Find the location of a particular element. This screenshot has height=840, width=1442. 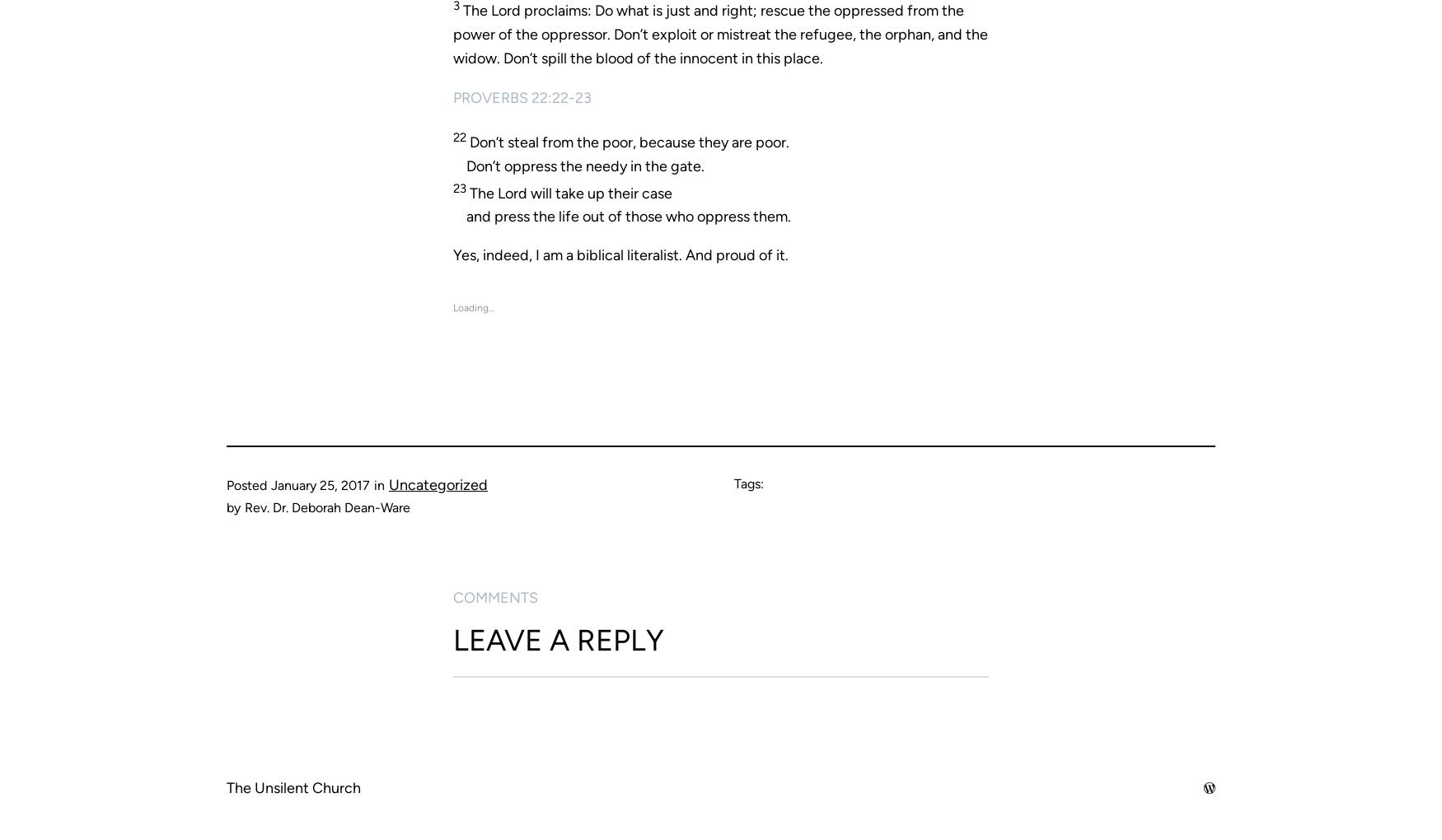

'Yes, indeed, I am a biblical literalist. And proud of it.' is located at coordinates (620, 254).